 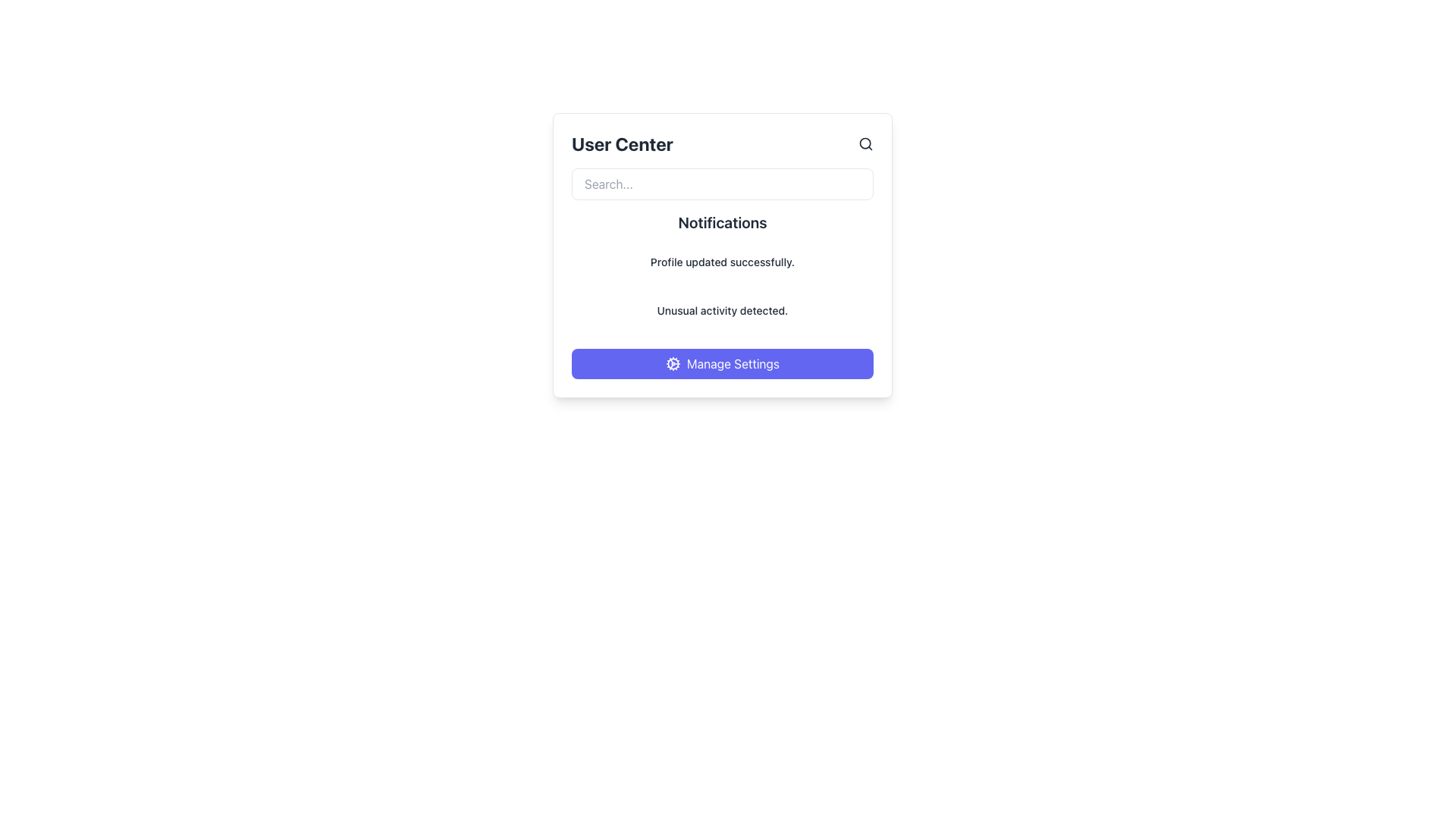 What do you see at coordinates (865, 143) in the screenshot?
I see `the circular shape representing the lens of the magnifying glass within the search icon located at the top right corner of the 'User Center' modal interface` at bounding box center [865, 143].